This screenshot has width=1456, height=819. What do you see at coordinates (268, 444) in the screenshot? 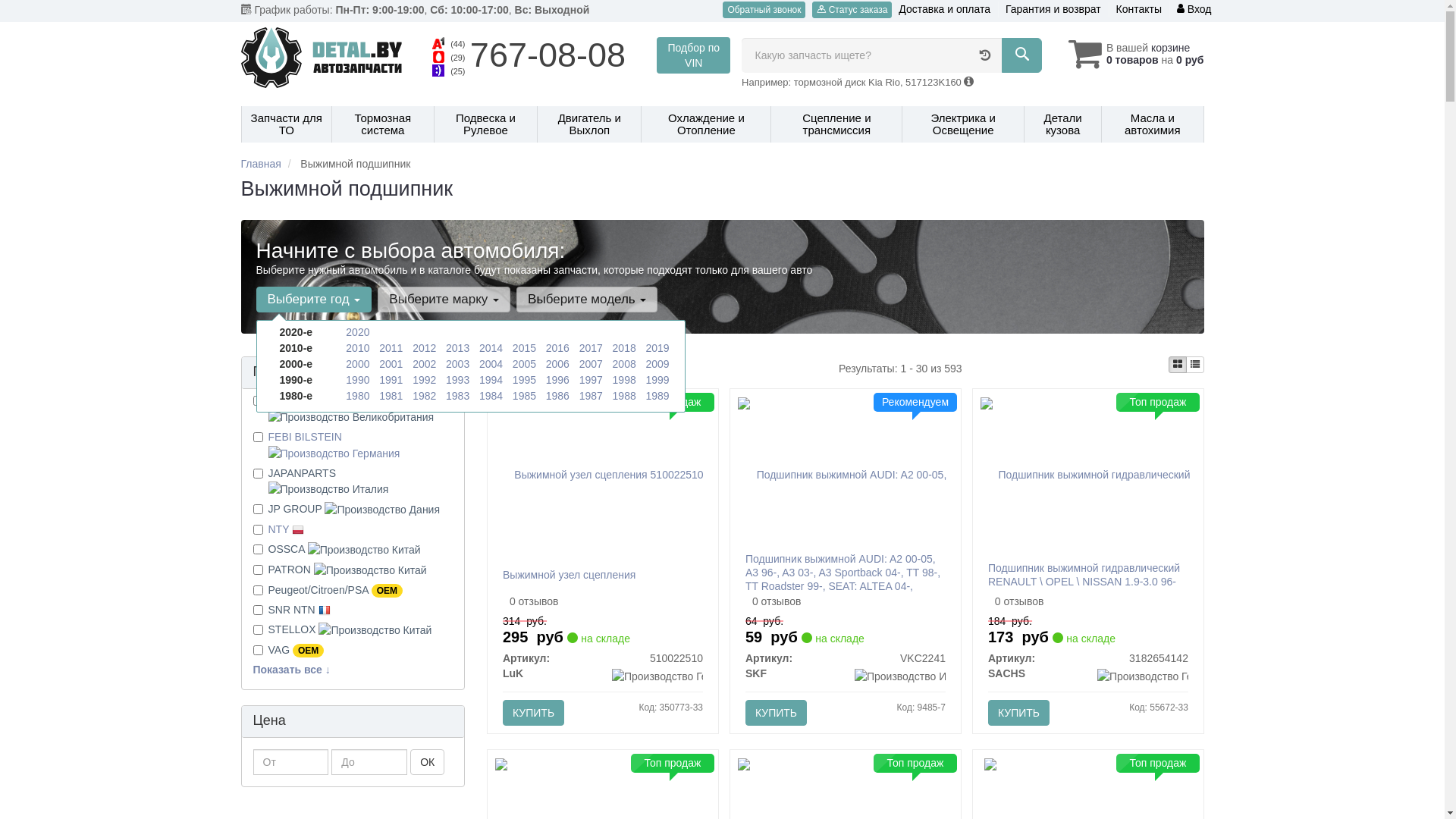
I see `'FEBI BILSTEIN'` at bounding box center [268, 444].